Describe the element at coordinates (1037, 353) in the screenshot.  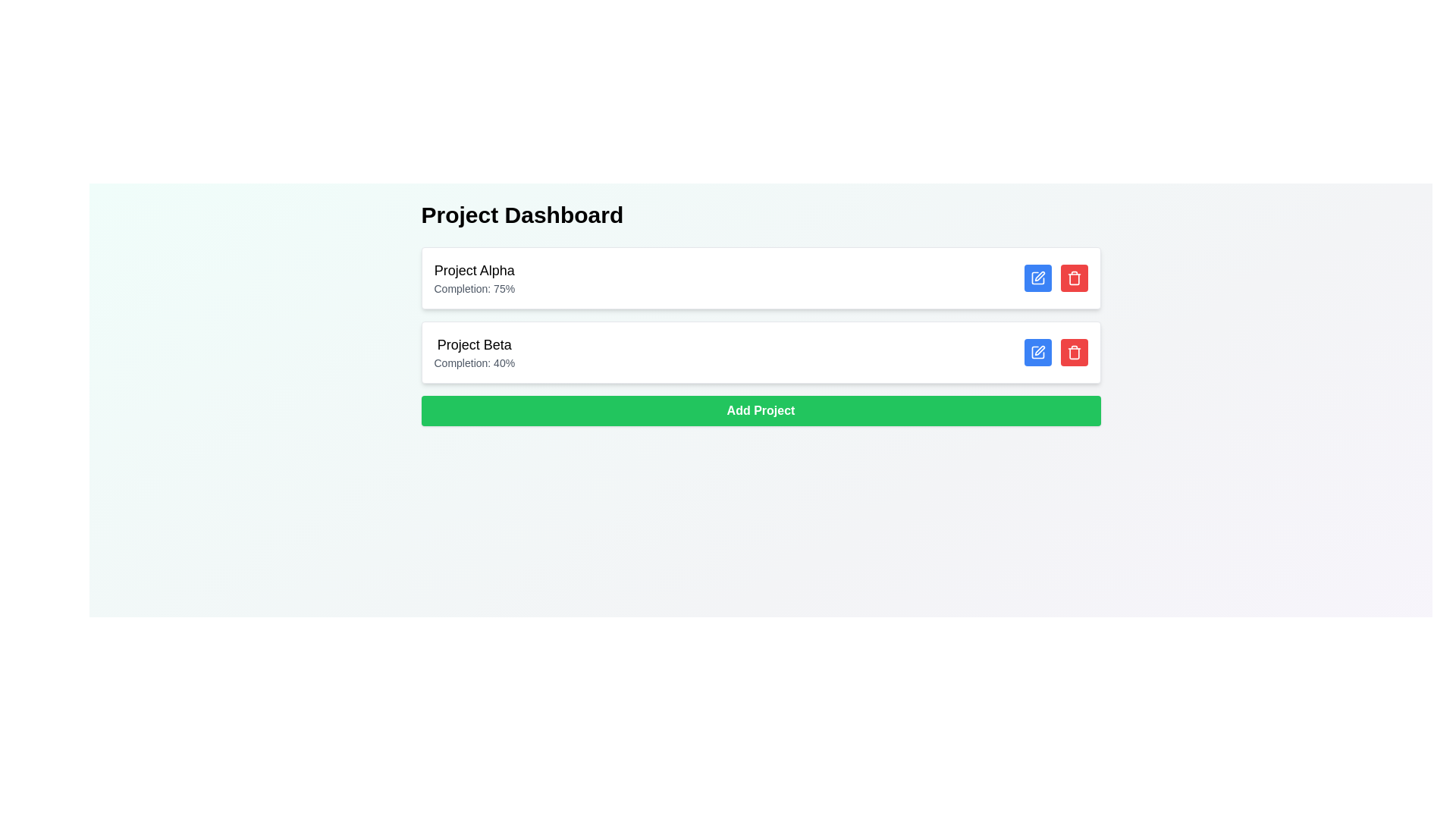
I see `the interactive edit button located to the left of the red trash button in the project row for 'Project Beta'` at that location.